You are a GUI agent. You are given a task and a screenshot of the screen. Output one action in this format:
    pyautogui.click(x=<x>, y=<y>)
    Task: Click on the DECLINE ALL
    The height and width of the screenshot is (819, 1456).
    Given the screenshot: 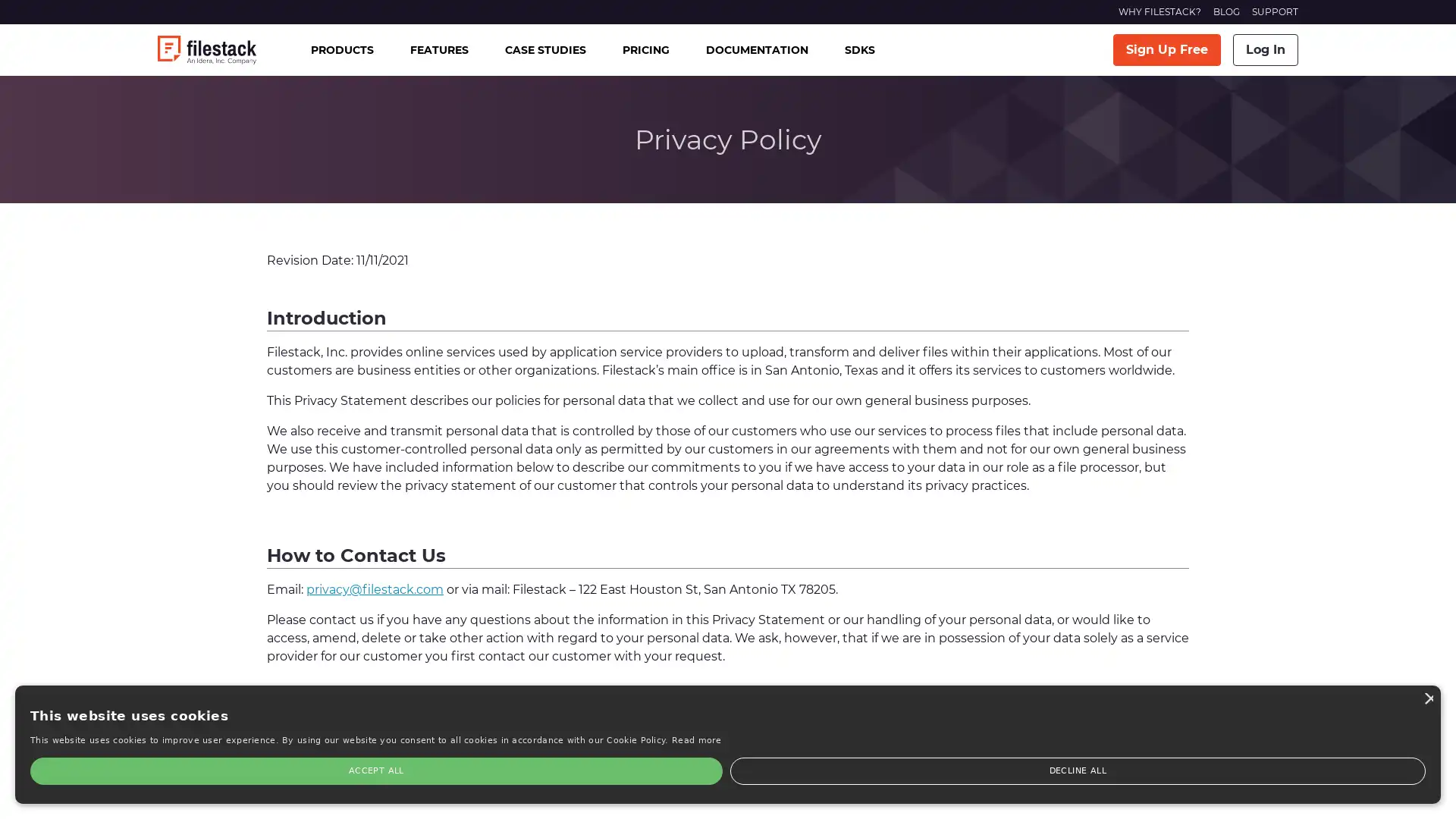 What is the action you would take?
    pyautogui.click(x=178, y=770)
    